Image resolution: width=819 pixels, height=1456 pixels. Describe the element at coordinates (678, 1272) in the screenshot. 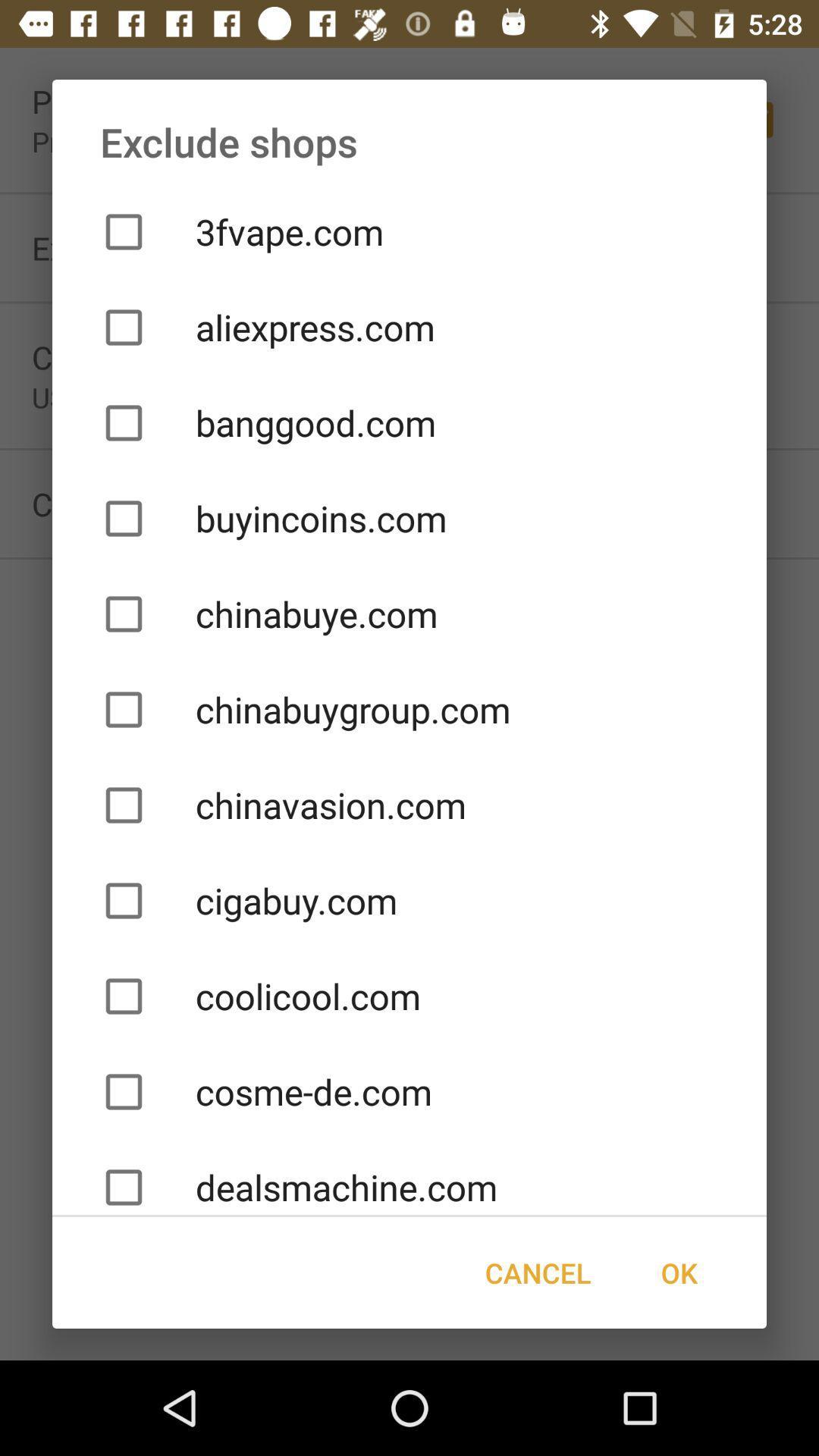

I see `item at the bottom right corner` at that location.